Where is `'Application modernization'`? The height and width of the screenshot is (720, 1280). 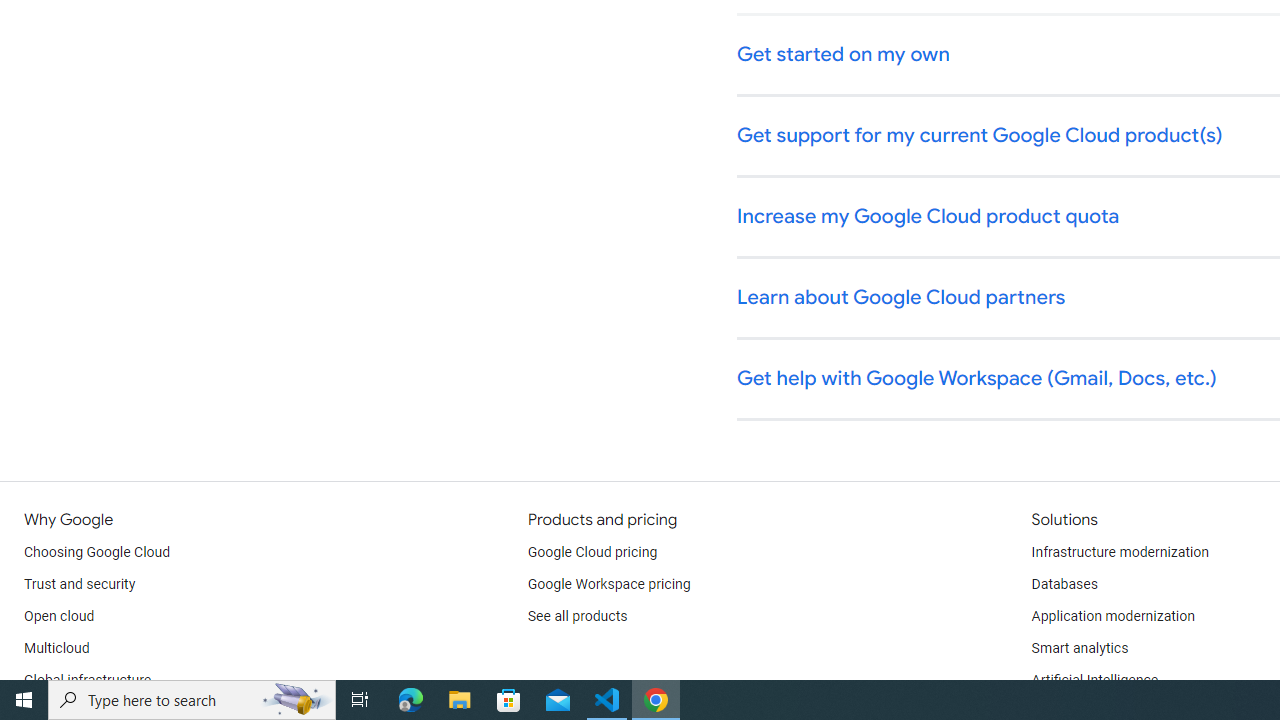 'Application modernization' is located at coordinates (1111, 616).